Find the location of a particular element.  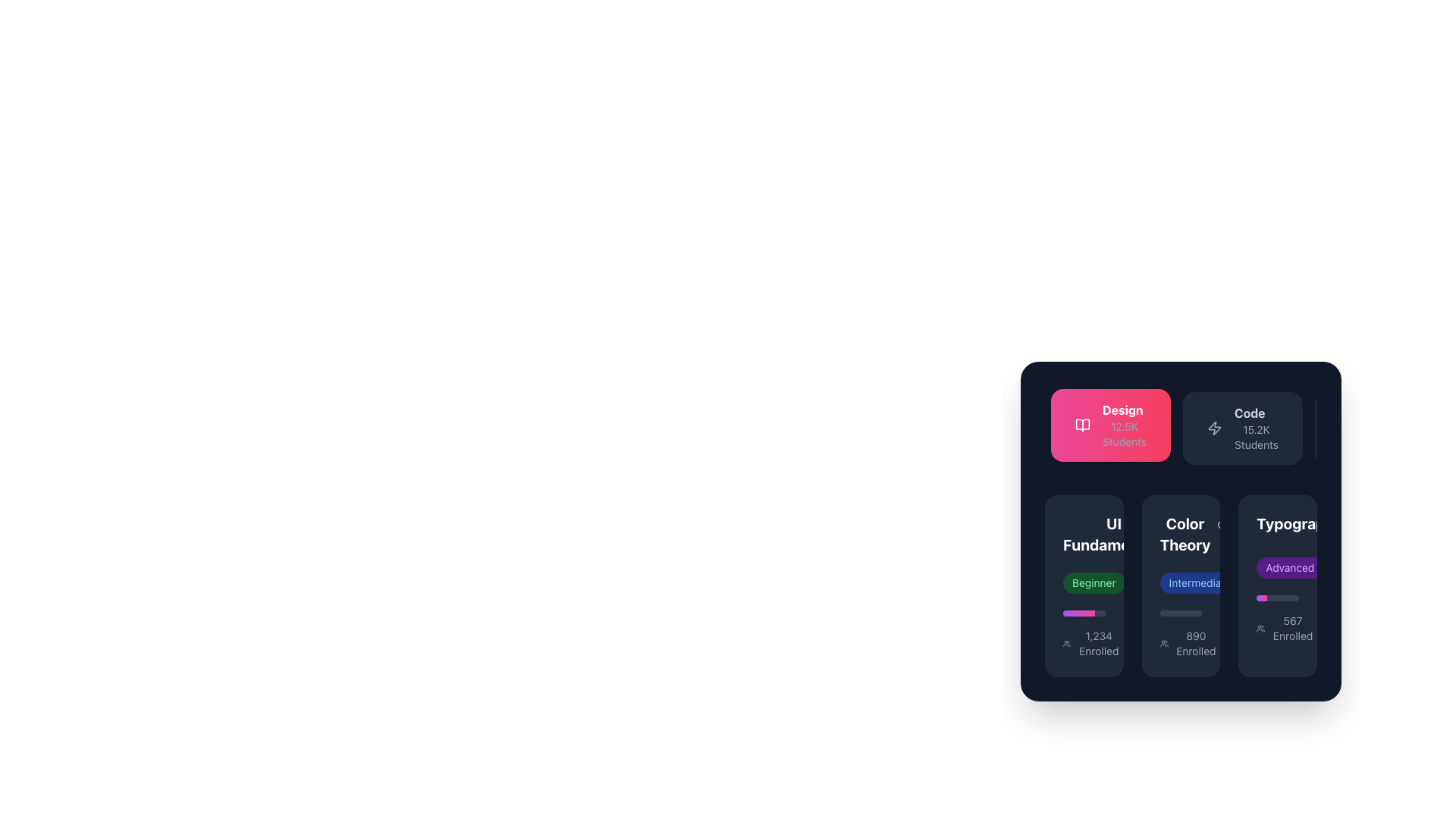

the progress visualization of the Typography course represented by the progress bar located below the 'Advanced' badge and above the text '567 Enrolled' is located at coordinates (1277, 598).